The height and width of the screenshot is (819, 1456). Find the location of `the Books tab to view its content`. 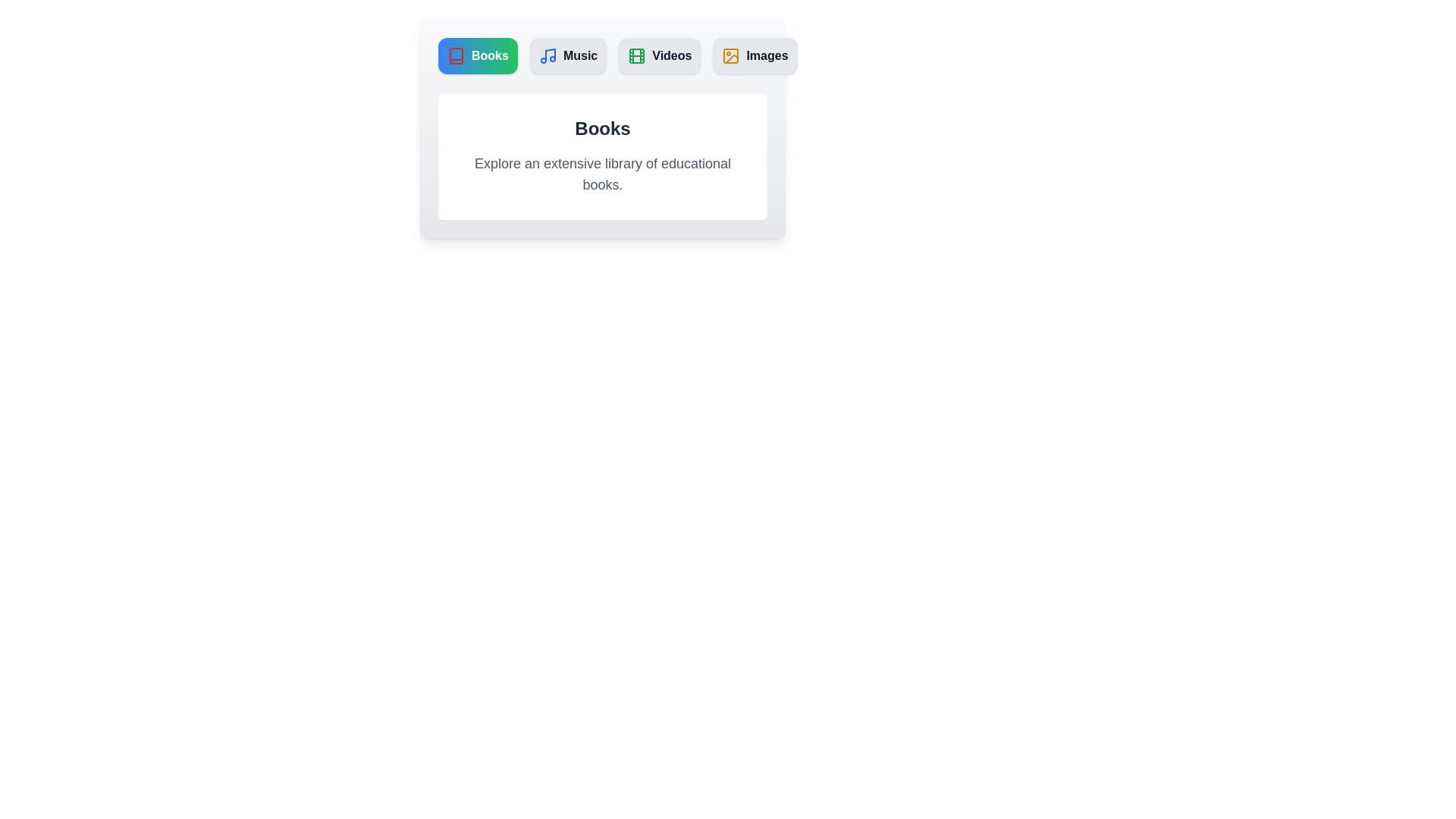

the Books tab to view its content is located at coordinates (477, 55).